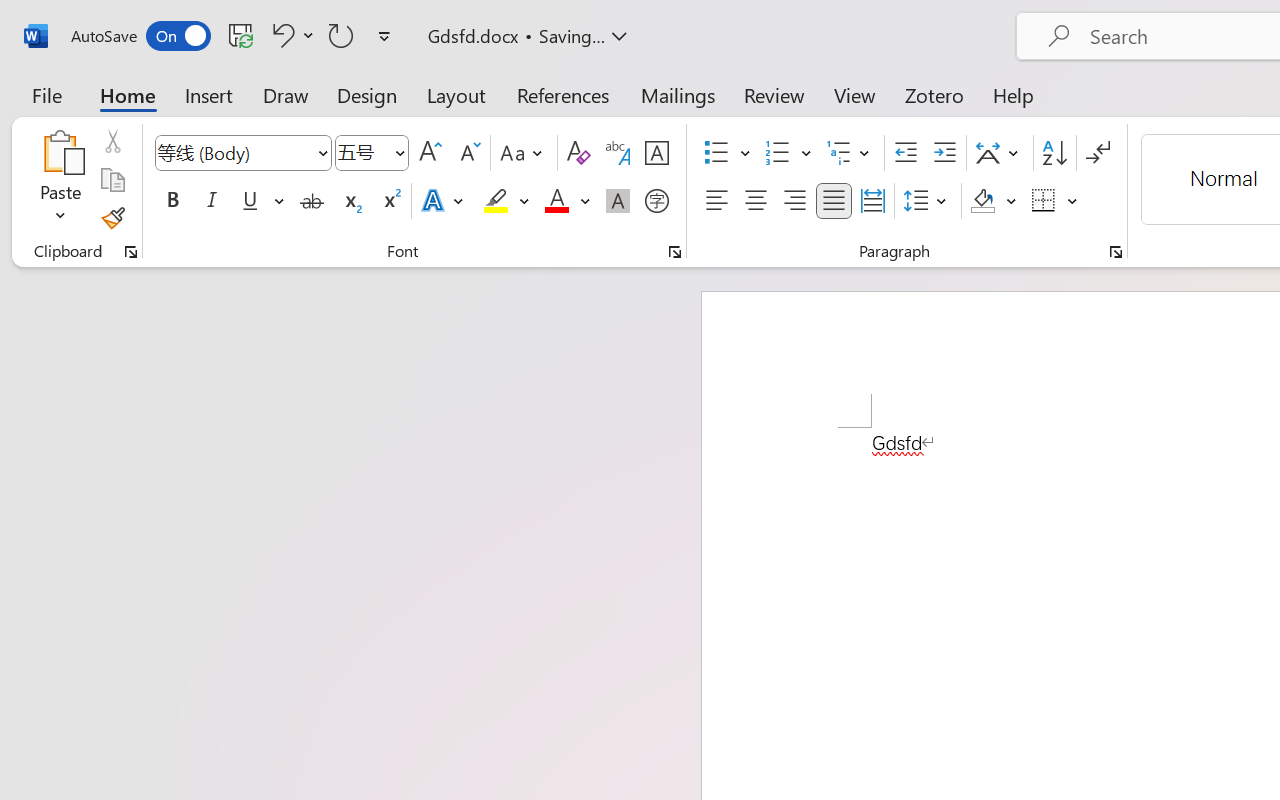 The height and width of the screenshot is (800, 1280). What do you see at coordinates (279, 34) in the screenshot?
I see `'Undo Style'` at bounding box center [279, 34].